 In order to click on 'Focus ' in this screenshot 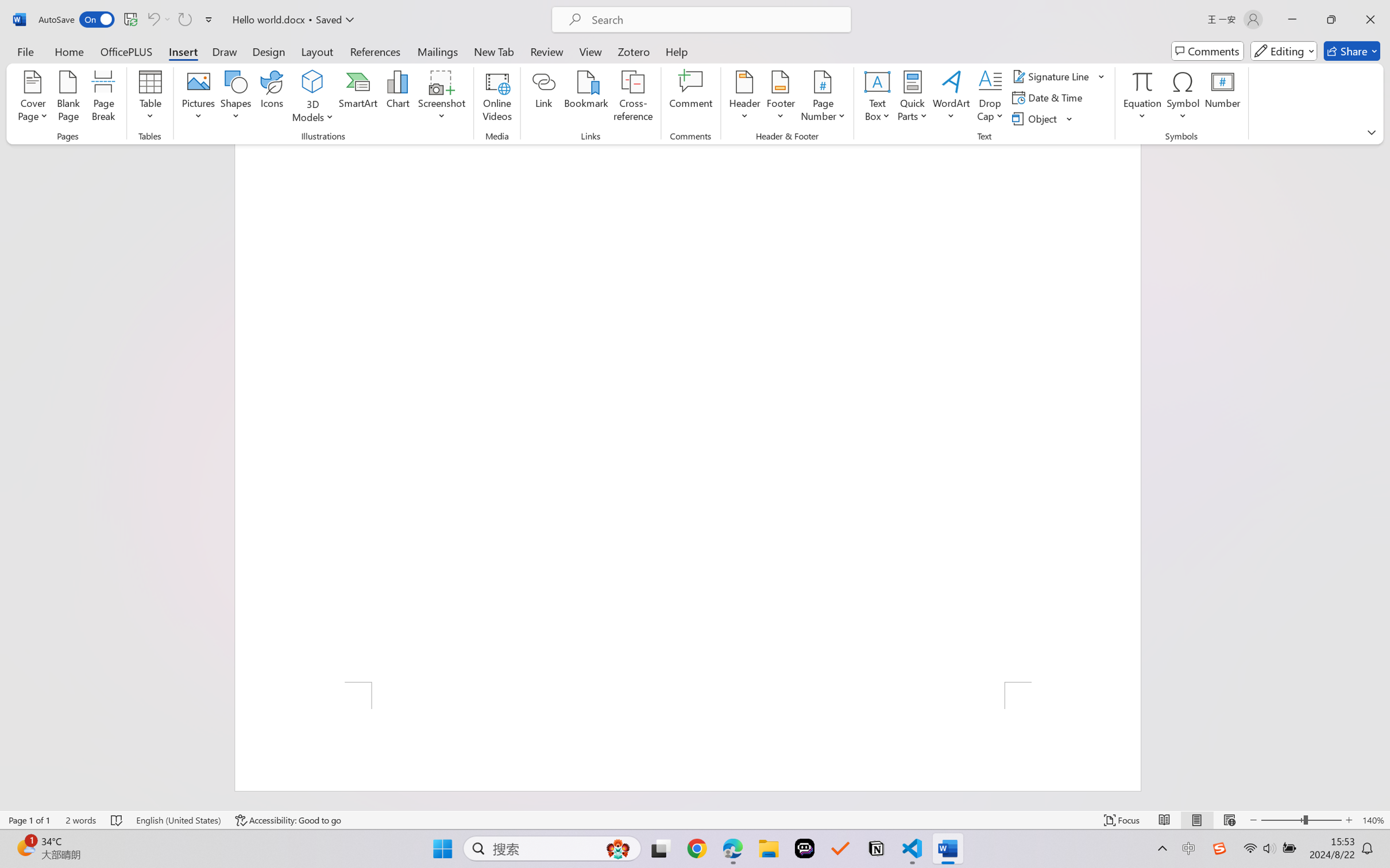, I will do `click(1122, 820)`.